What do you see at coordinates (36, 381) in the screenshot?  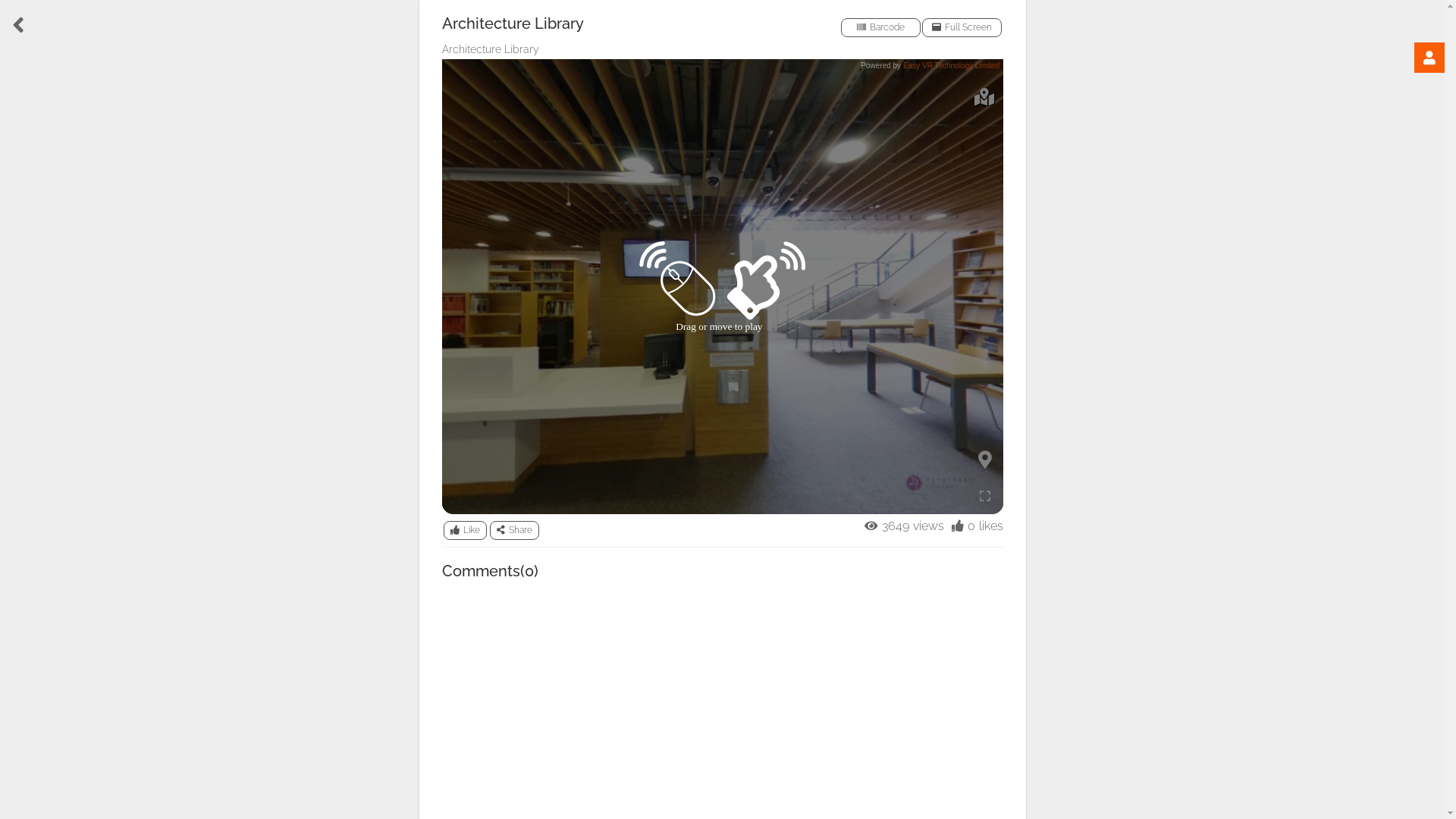 I see `'EDUCATION'` at bounding box center [36, 381].